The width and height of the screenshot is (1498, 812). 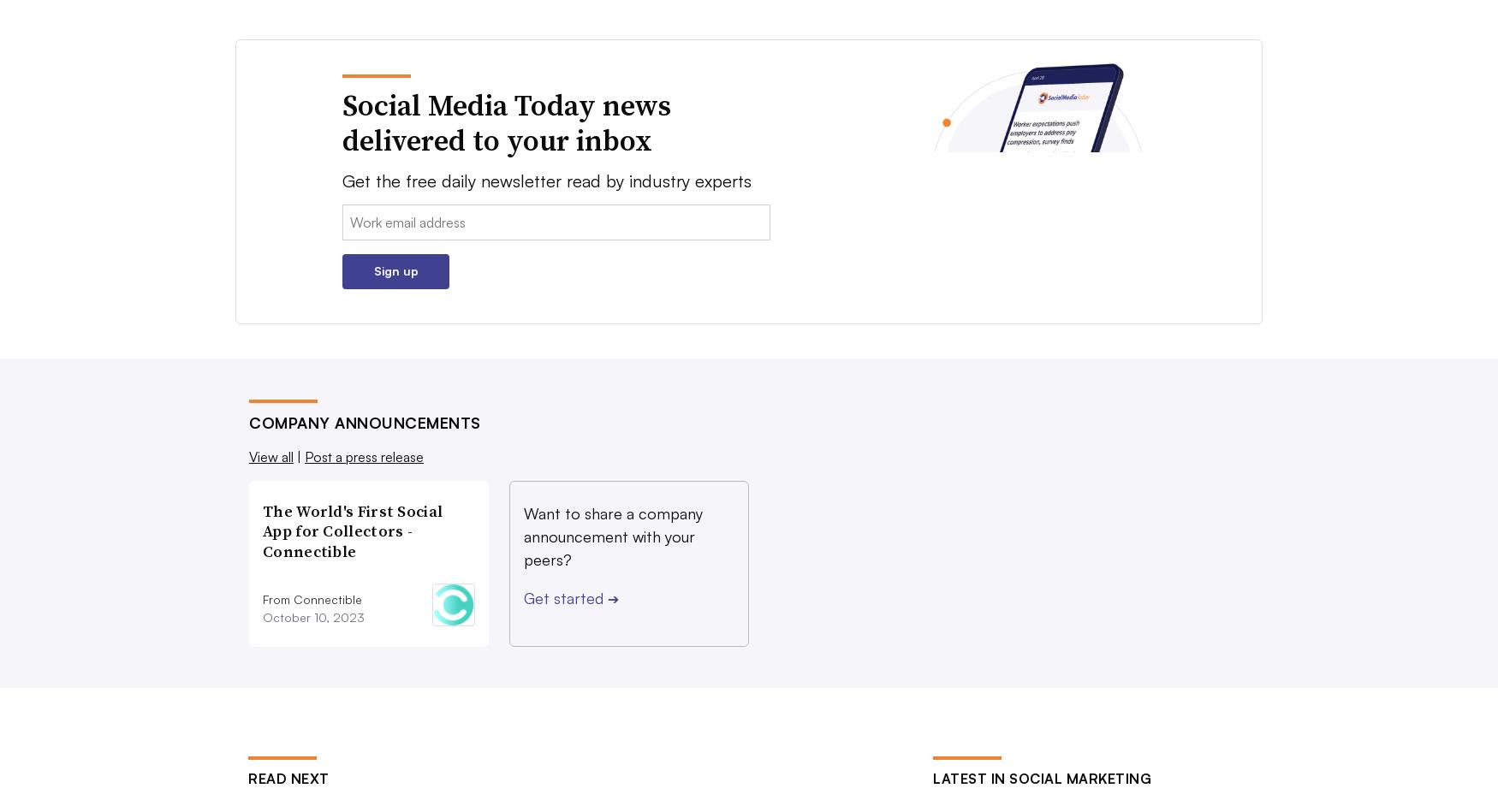 I want to click on 'Social Media Today news delivered to your inbox', so click(x=507, y=122).